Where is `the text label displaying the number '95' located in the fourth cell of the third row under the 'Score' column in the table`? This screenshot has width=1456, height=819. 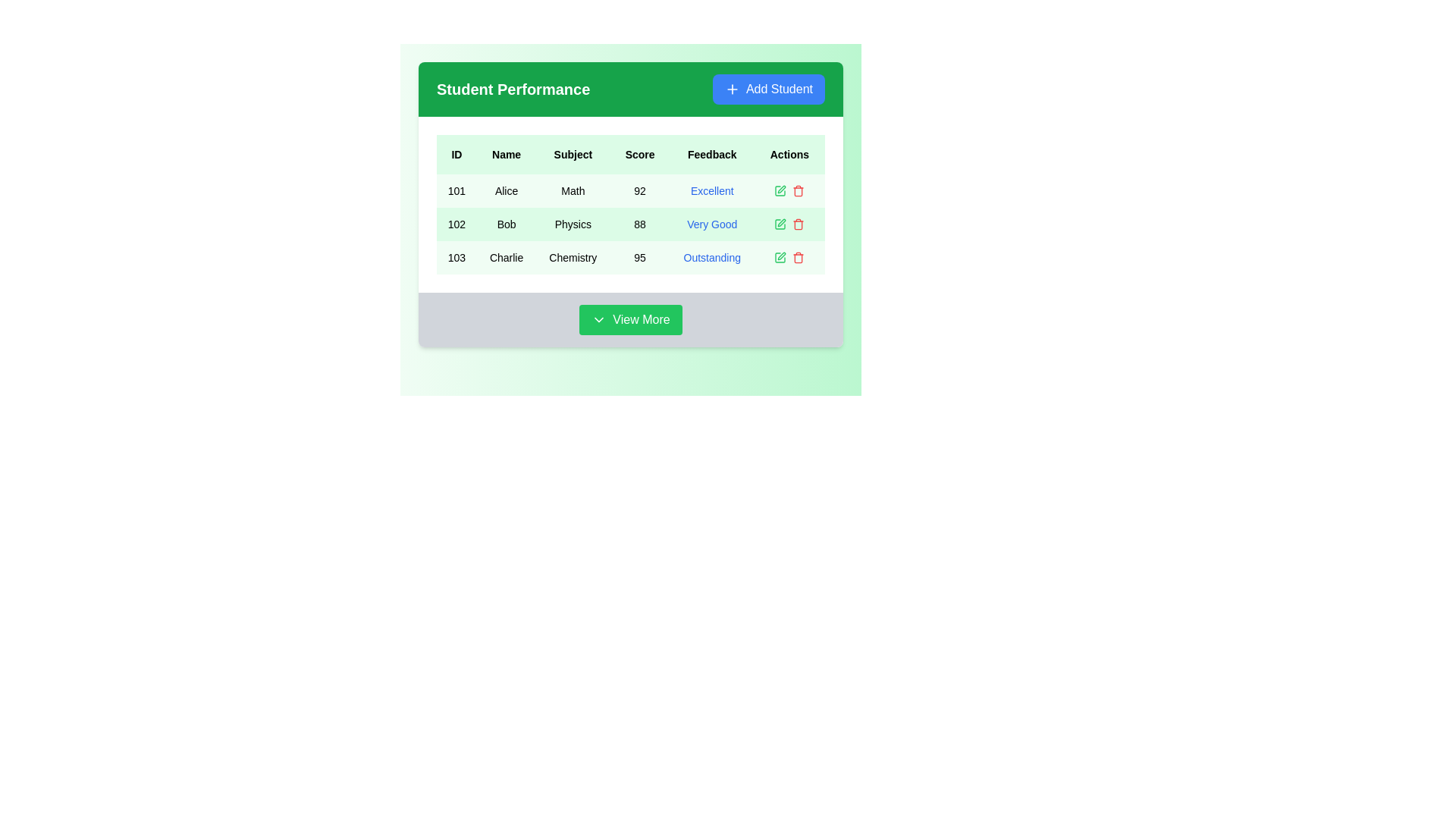
the text label displaying the number '95' located in the fourth cell of the third row under the 'Score' column in the table is located at coordinates (640, 256).